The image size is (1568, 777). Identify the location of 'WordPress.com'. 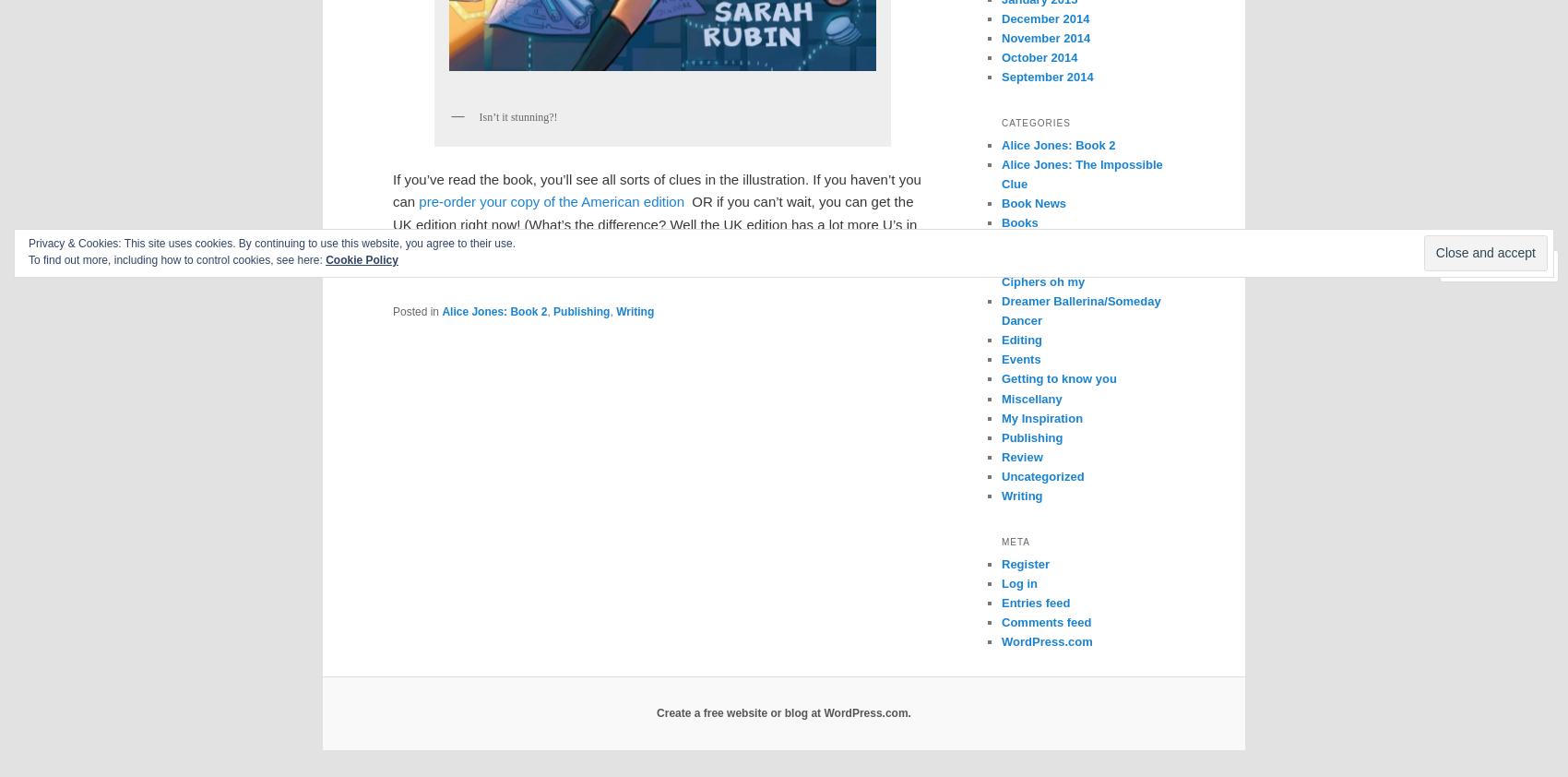
(1001, 641).